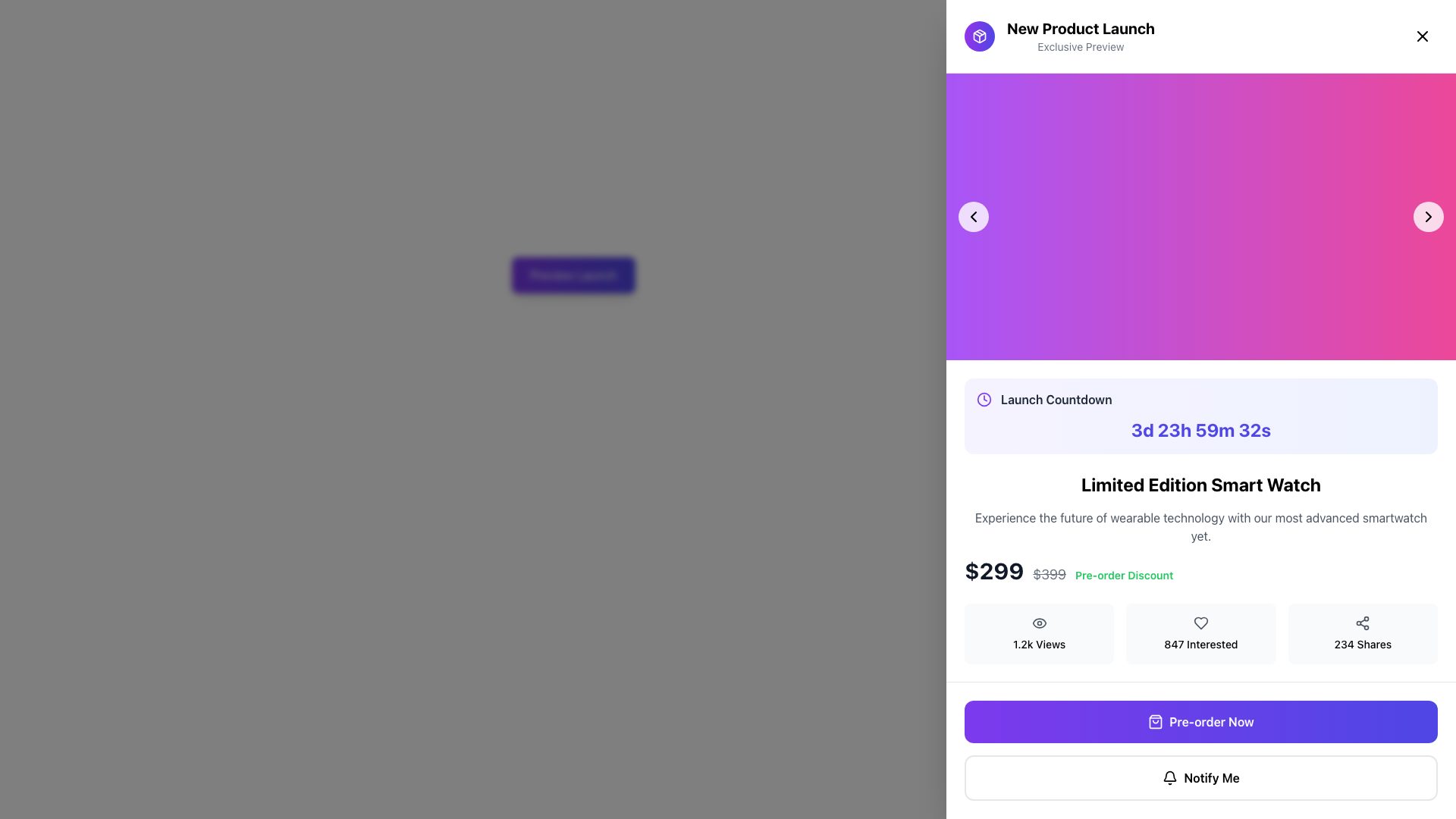 Image resolution: width=1456 pixels, height=819 pixels. Describe the element at coordinates (1211, 721) in the screenshot. I see `the interactive button located at the bottom of the product details section, aligned to the right side, to initiate the pre-order process` at that location.